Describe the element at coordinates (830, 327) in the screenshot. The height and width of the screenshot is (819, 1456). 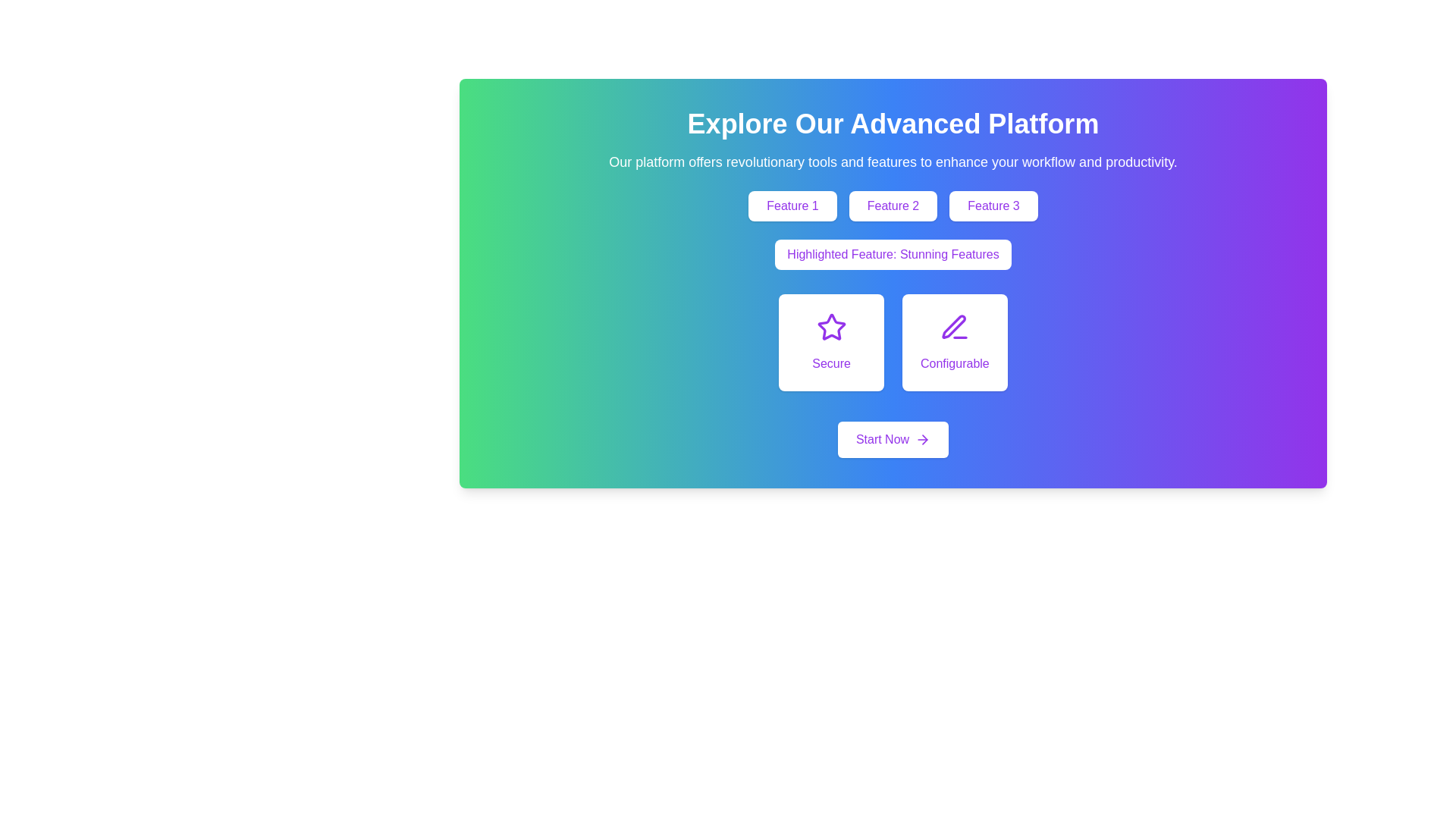
I see `the purple star icon located above the 'Secure' text label within the card component to observe the tooltip if present` at that location.